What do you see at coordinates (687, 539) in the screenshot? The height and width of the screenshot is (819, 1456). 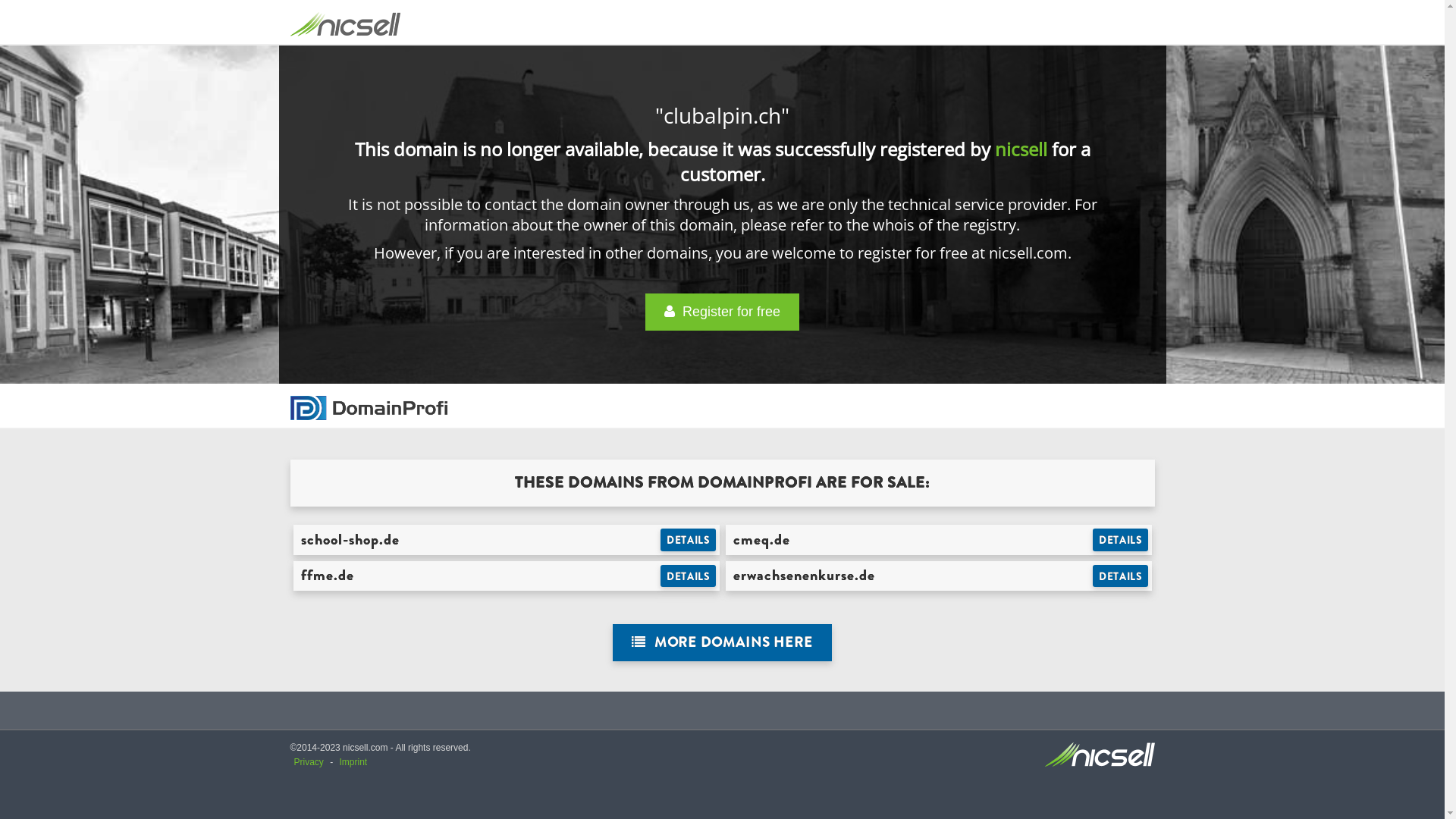 I see `'DETAILS'` at bounding box center [687, 539].